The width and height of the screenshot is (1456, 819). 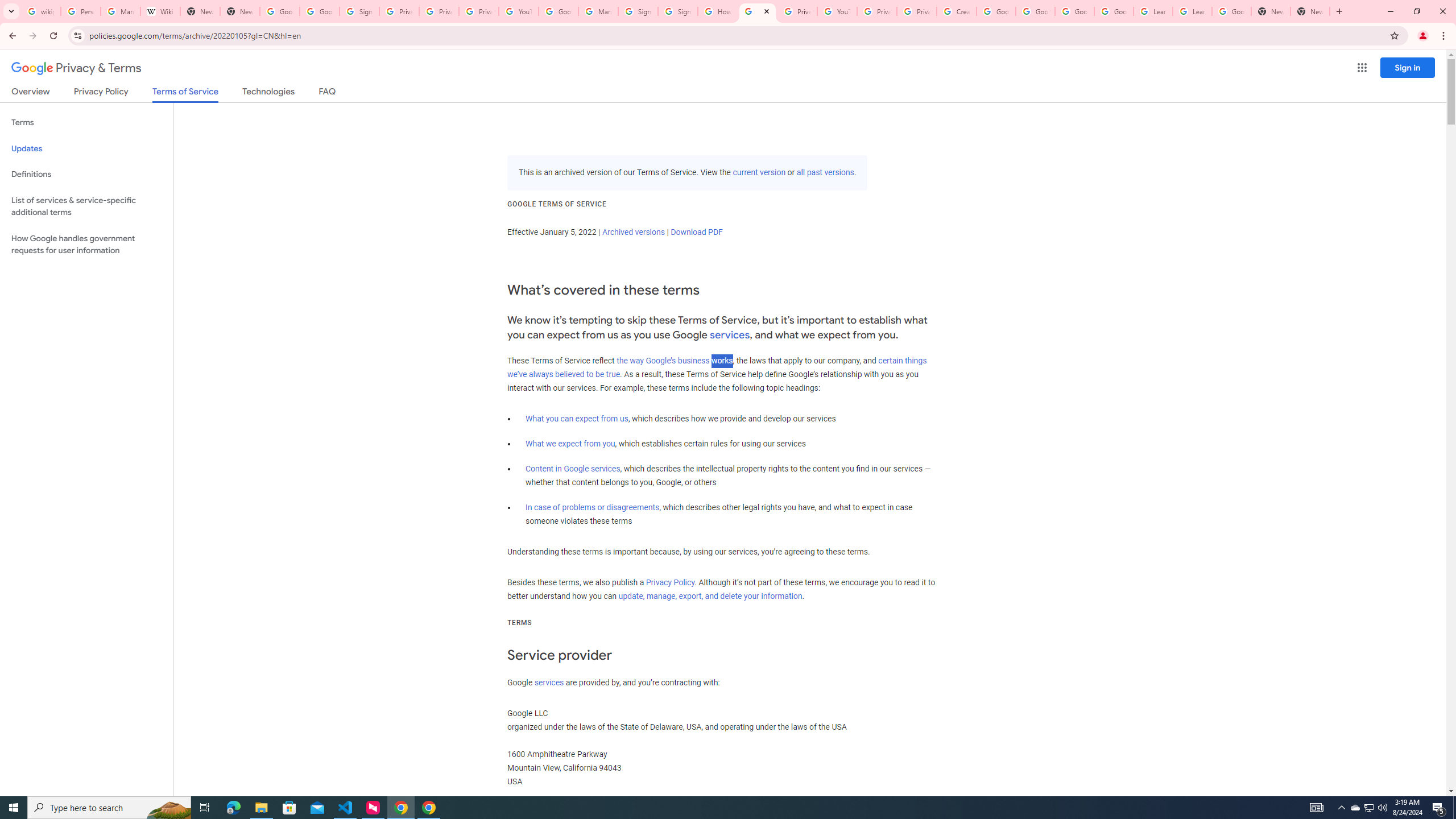 What do you see at coordinates (638, 11) in the screenshot?
I see `'Sign in - Google Accounts'` at bounding box center [638, 11].